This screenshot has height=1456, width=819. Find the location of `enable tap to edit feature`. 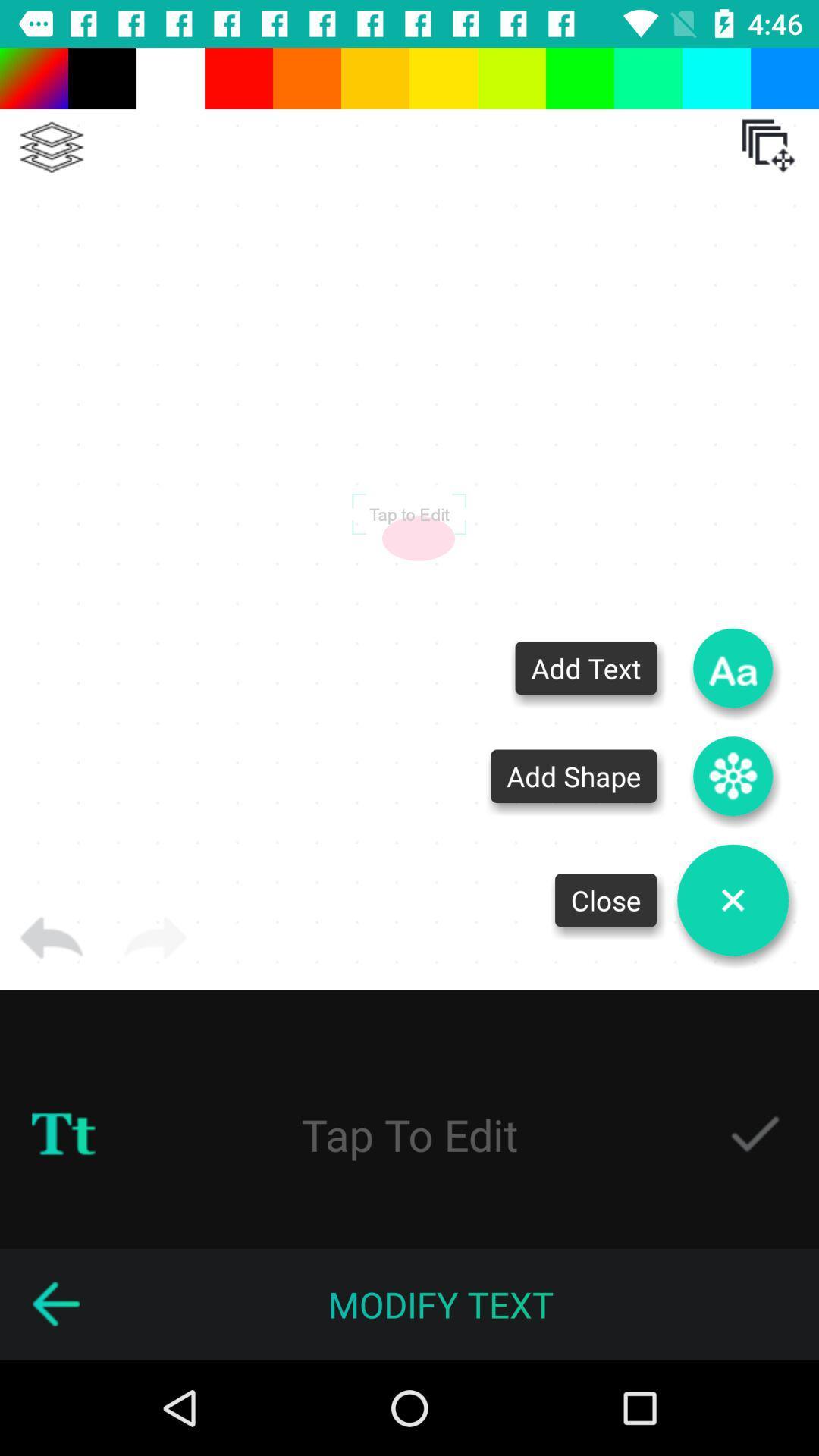

enable tap to edit feature is located at coordinates (755, 1134).